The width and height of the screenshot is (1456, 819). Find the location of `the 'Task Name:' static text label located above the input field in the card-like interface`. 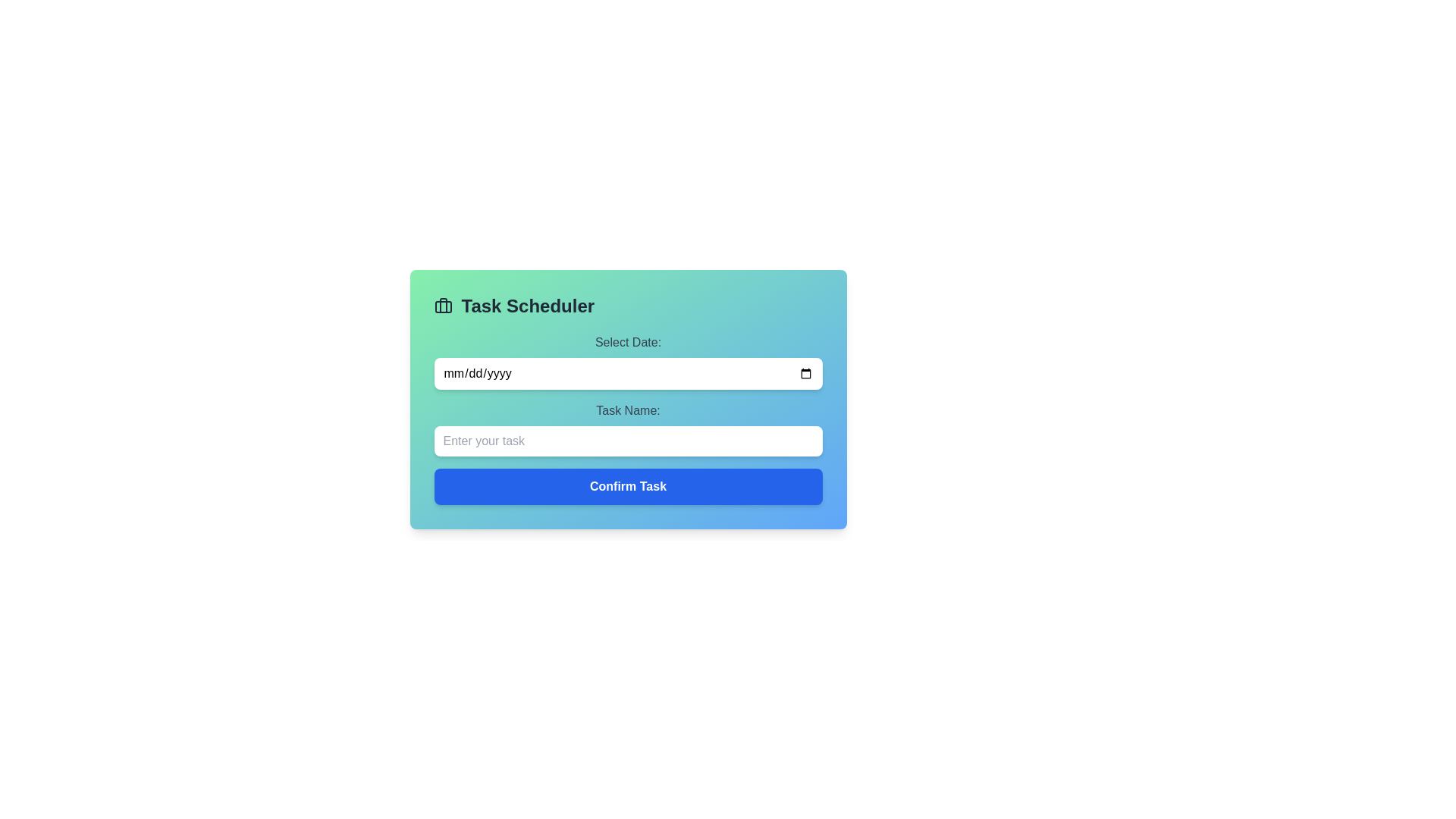

the 'Task Name:' static text label located above the input field in the card-like interface is located at coordinates (628, 411).